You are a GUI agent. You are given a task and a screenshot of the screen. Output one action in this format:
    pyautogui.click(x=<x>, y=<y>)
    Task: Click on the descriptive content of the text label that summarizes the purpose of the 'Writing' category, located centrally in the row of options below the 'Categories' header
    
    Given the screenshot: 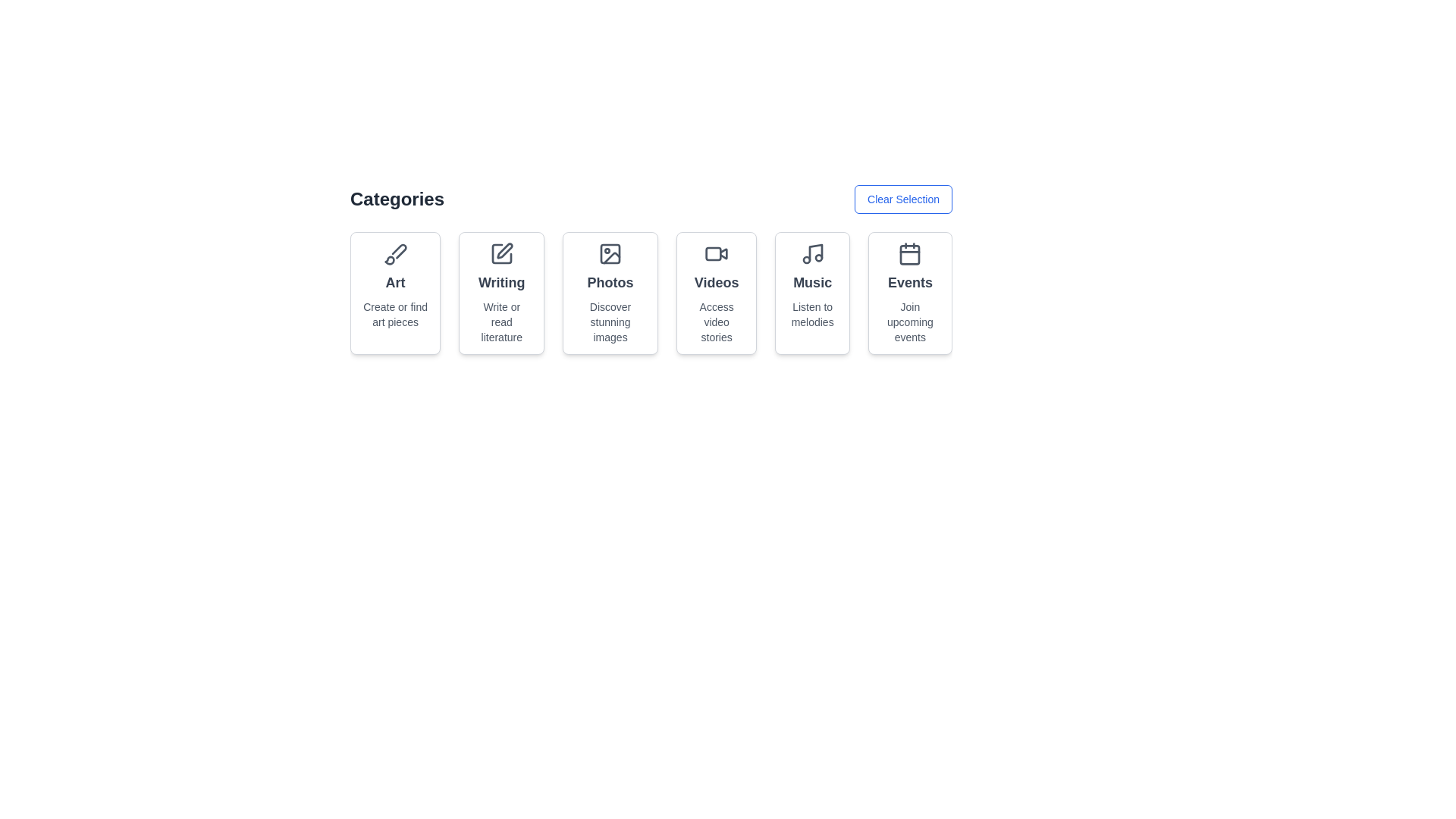 What is the action you would take?
    pyautogui.click(x=501, y=321)
    